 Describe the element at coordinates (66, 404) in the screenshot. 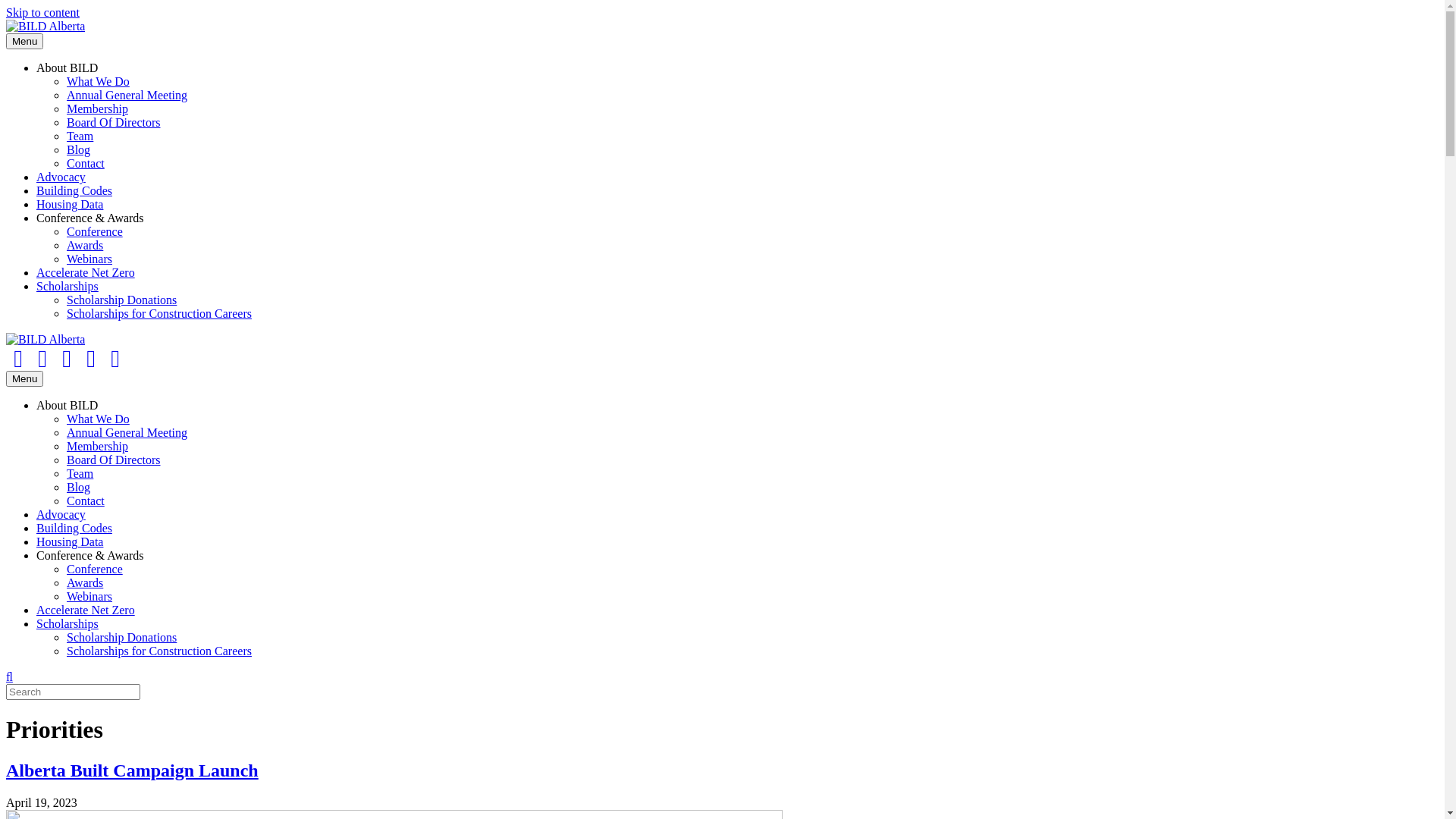

I see `'About BILD'` at that location.